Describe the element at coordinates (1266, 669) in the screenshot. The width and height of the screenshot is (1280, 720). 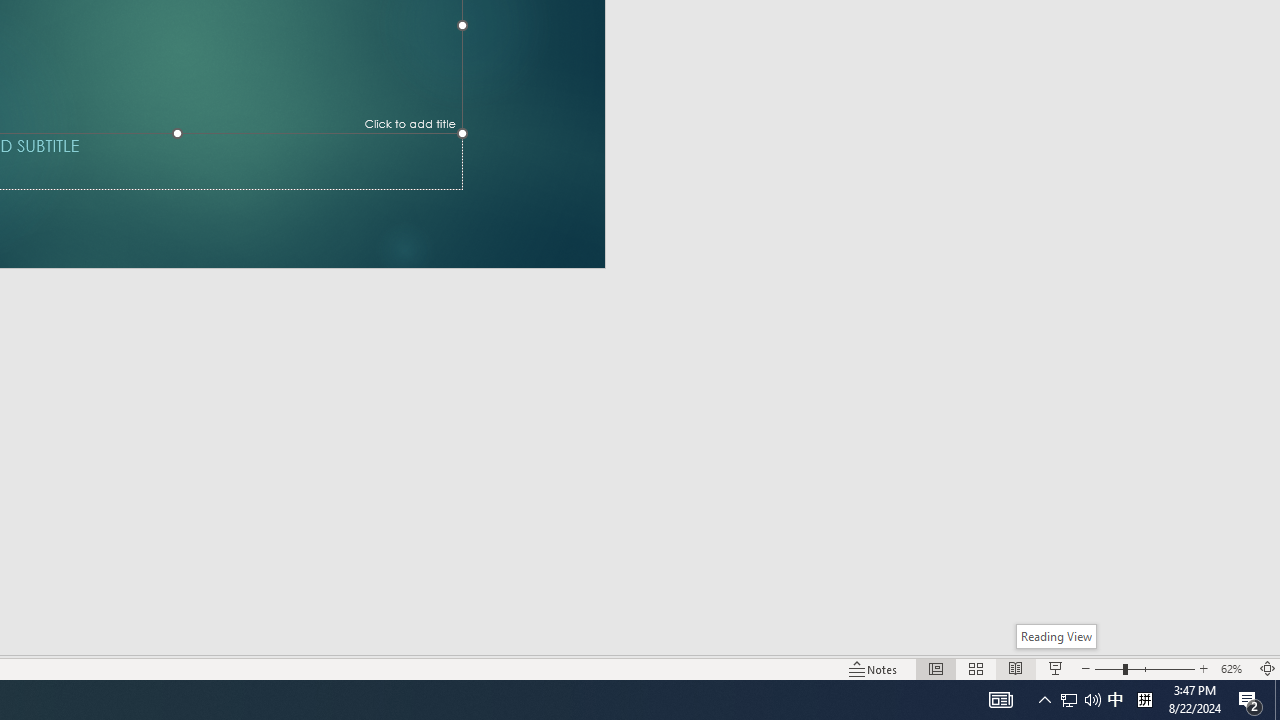
I see `'Zoom to Fit '` at that location.